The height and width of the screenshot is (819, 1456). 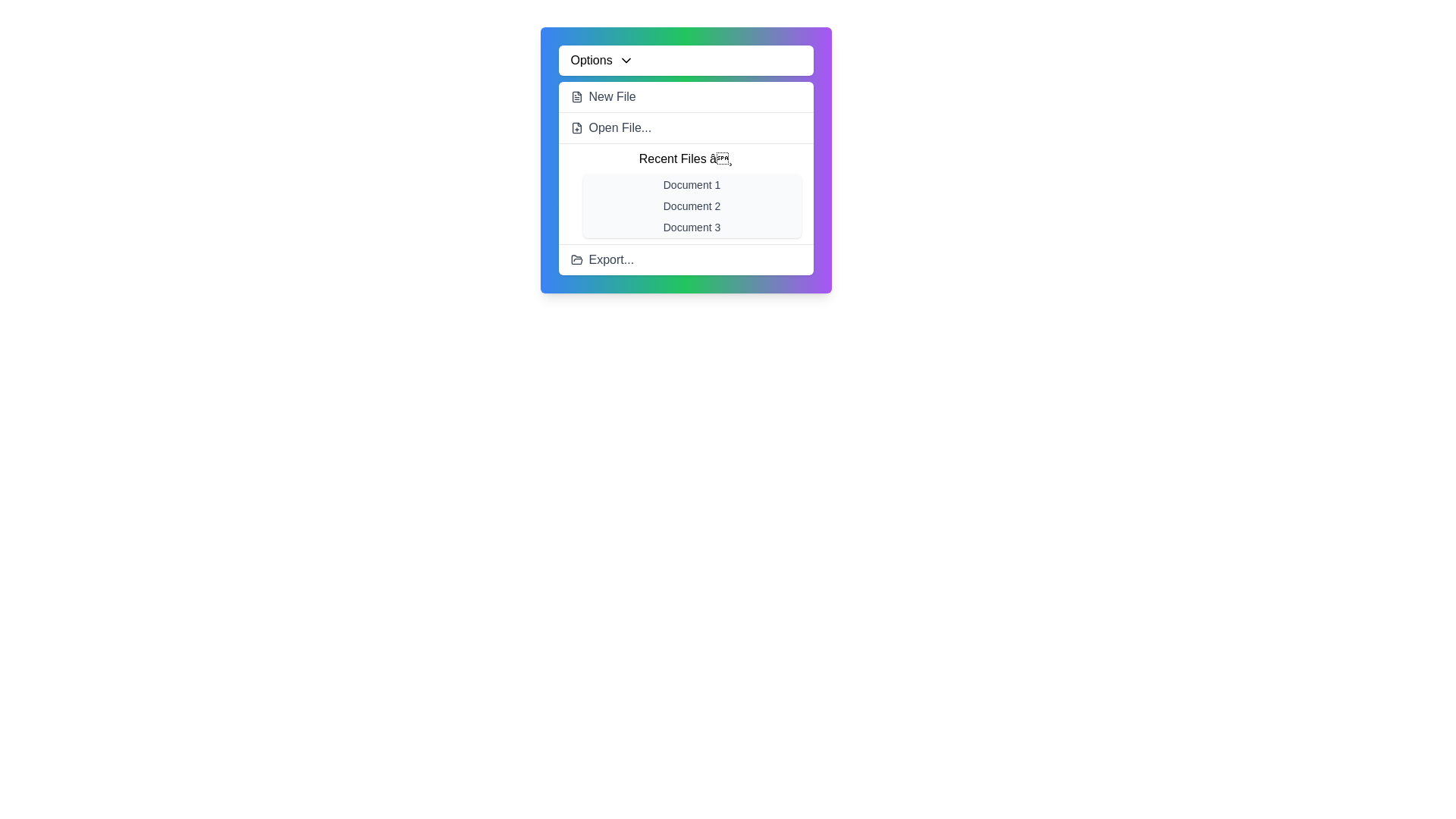 I want to click on the last button-like item in the dropdown menu to initiate the export operation, so click(x=685, y=259).